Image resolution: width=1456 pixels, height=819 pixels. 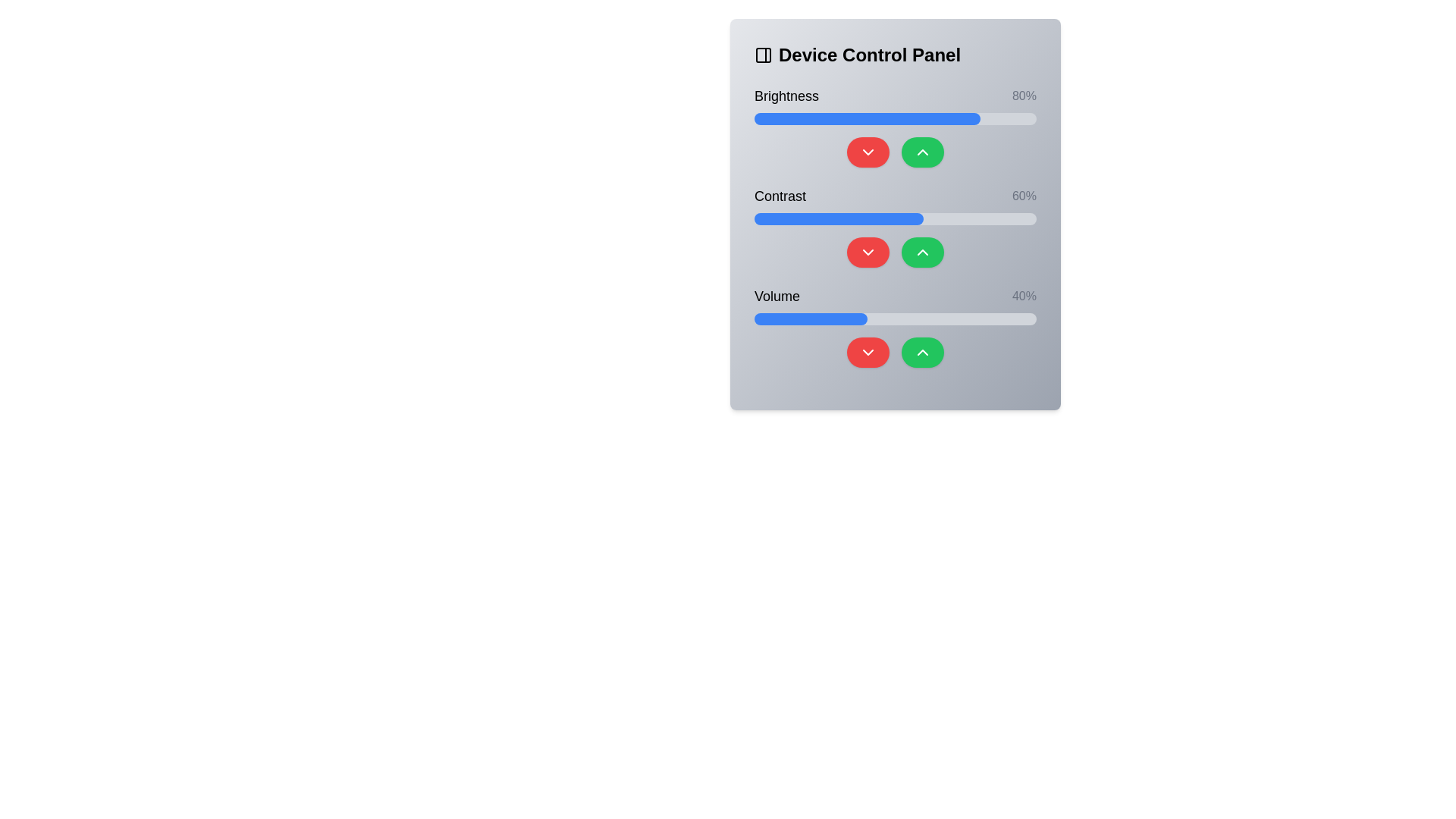 I want to click on the contrast, so click(x=1031, y=219).